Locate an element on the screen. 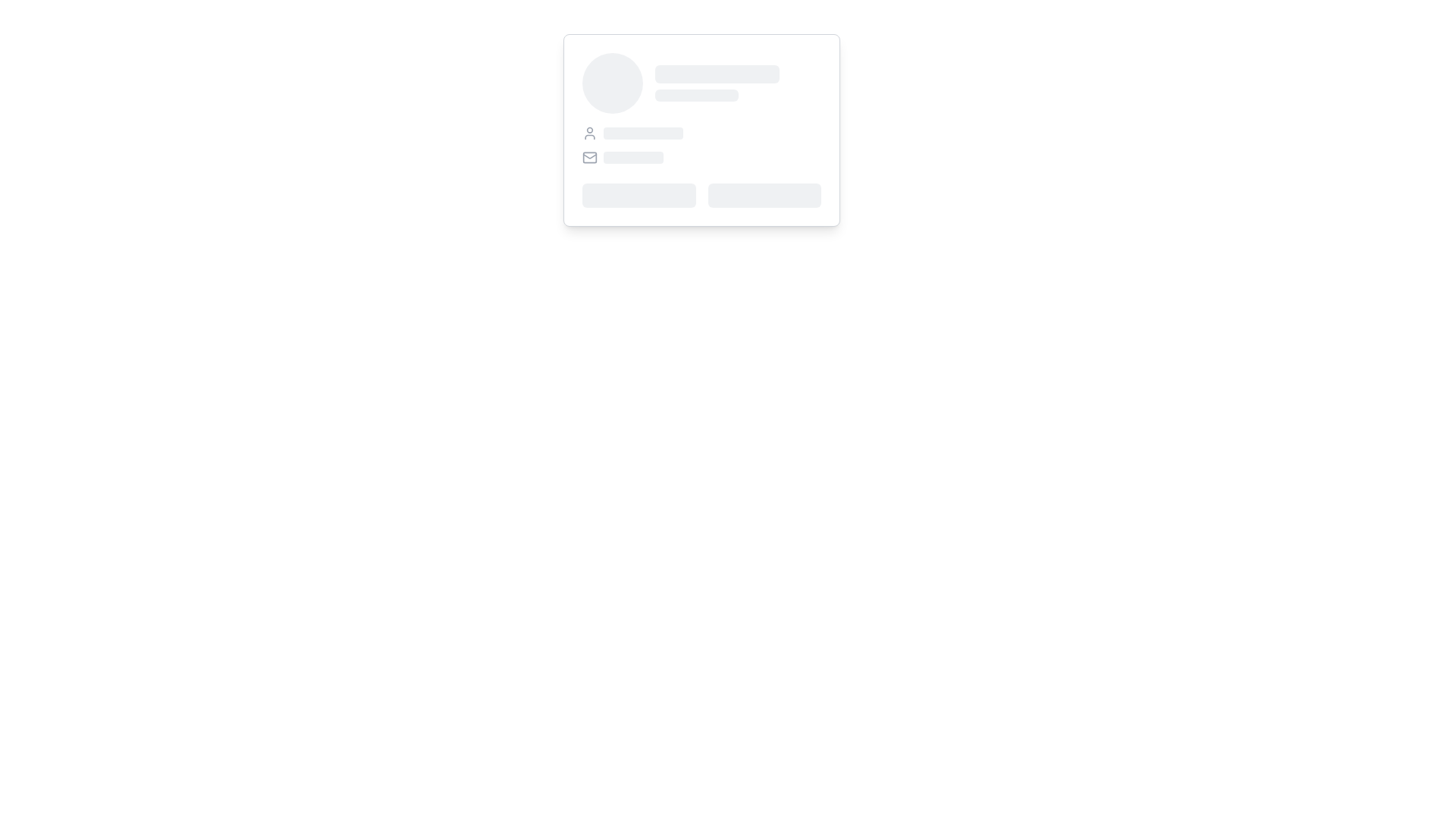 The height and width of the screenshot is (819, 1456). the user profile icon, which is depicted with a gray outline of a head and shoulders and is the first element in a horizontal layout group is located at coordinates (588, 133).